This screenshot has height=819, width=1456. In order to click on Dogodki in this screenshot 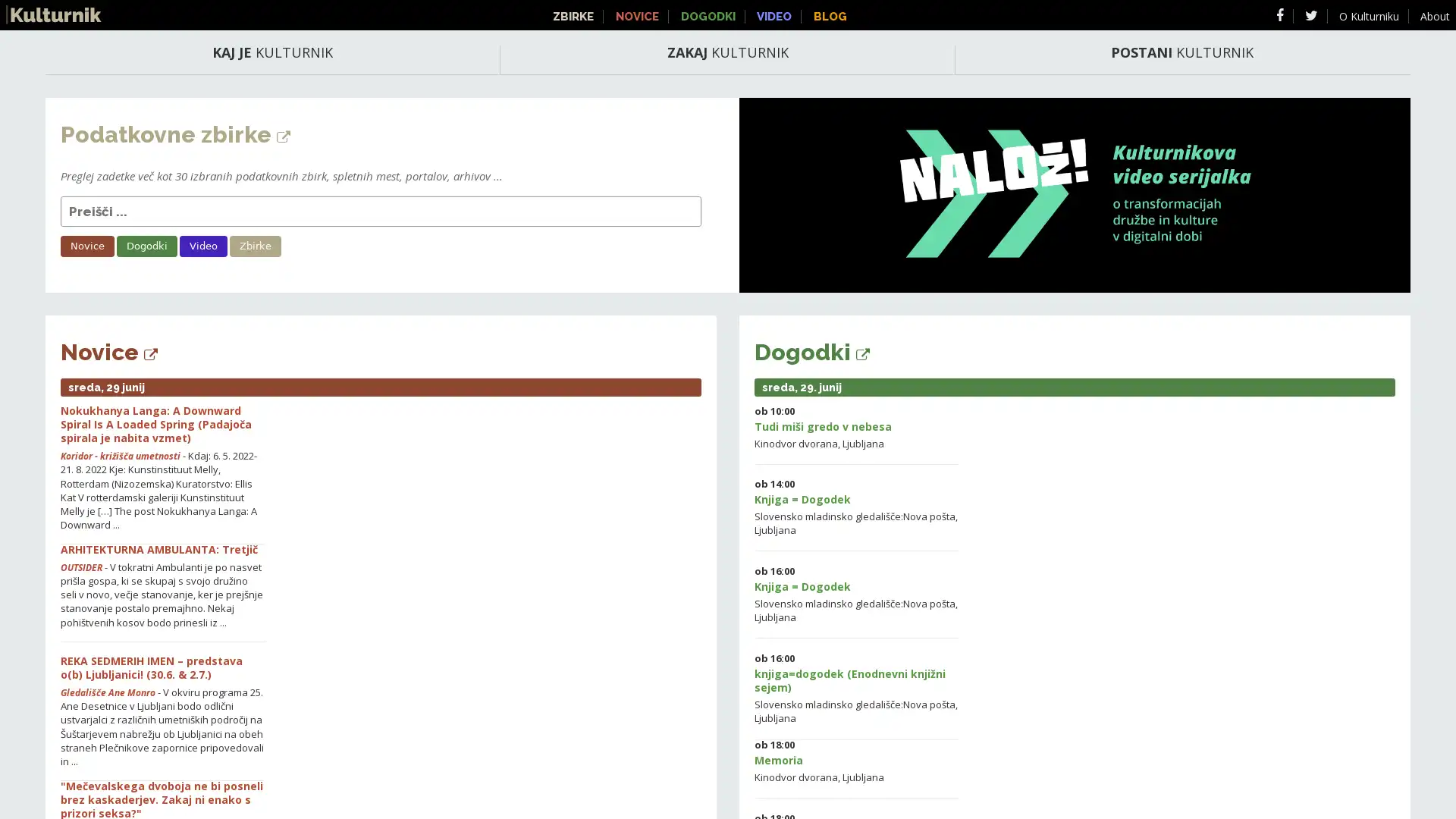, I will do `click(146, 245)`.